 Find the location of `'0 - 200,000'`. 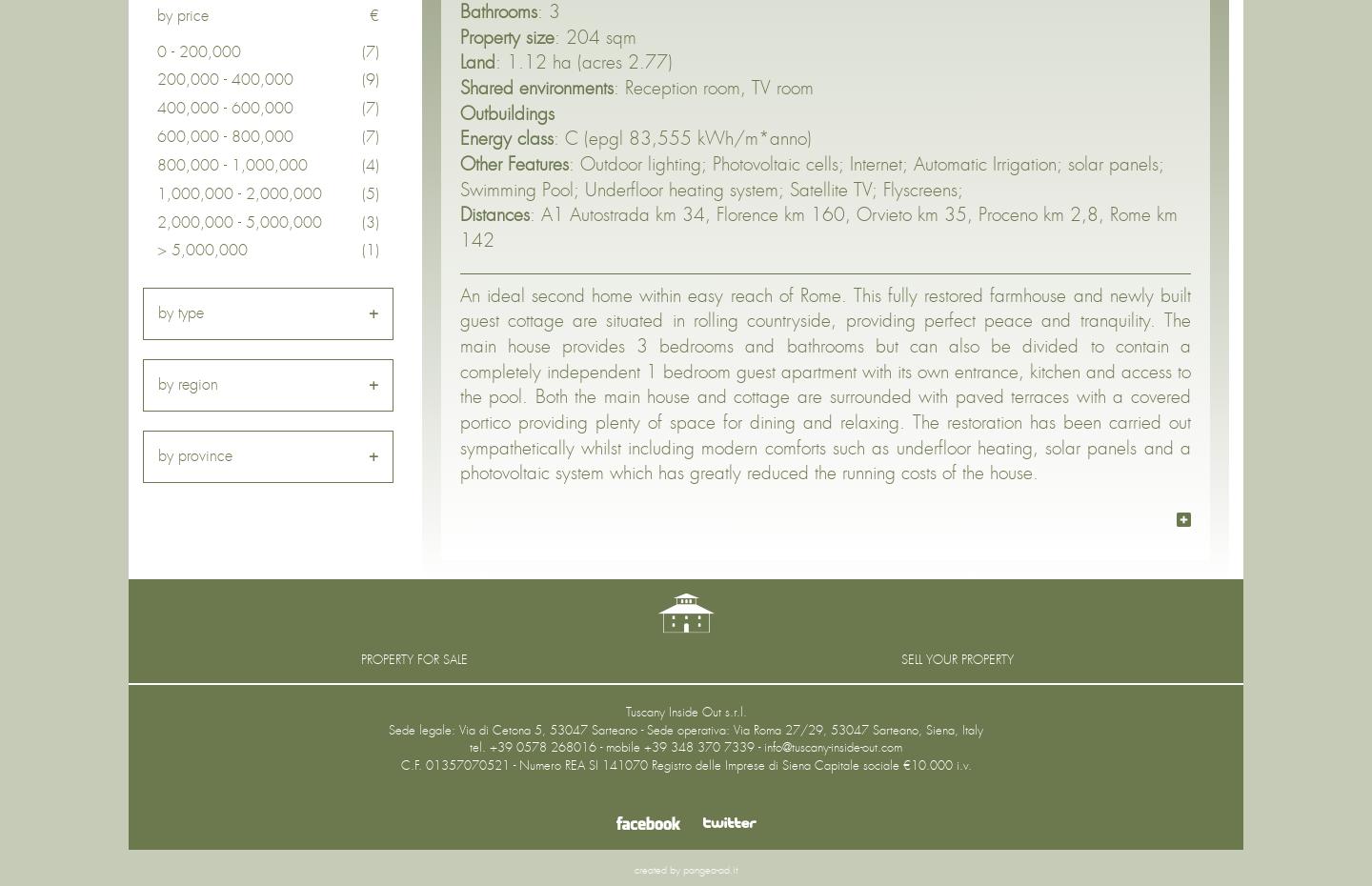

'0 - 200,000' is located at coordinates (198, 50).